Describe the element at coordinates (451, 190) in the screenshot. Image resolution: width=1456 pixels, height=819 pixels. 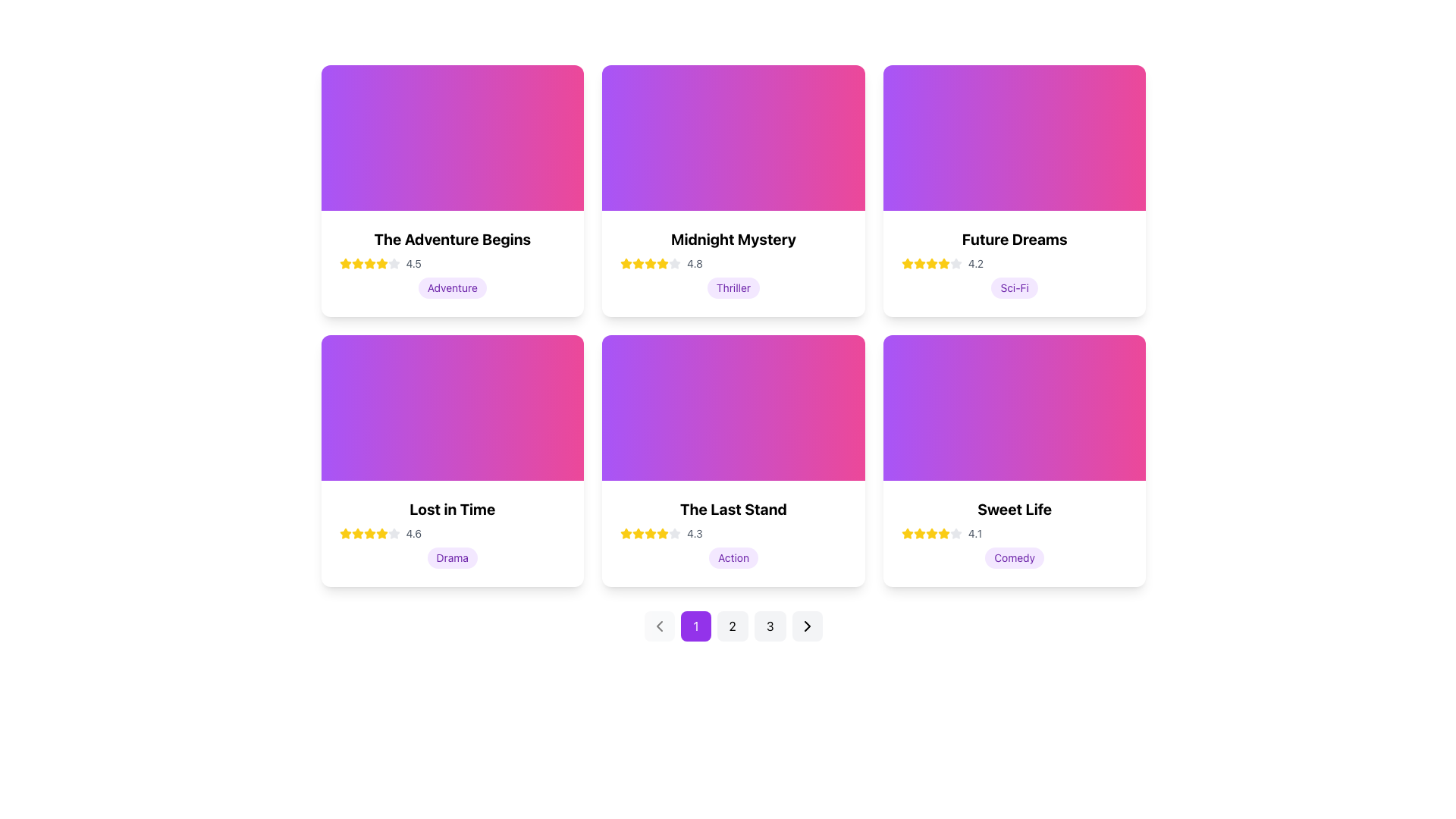
I see `the card element that features a bold title, star rating, and a rounded button, located in the first column of the first row of the grid layout` at that location.